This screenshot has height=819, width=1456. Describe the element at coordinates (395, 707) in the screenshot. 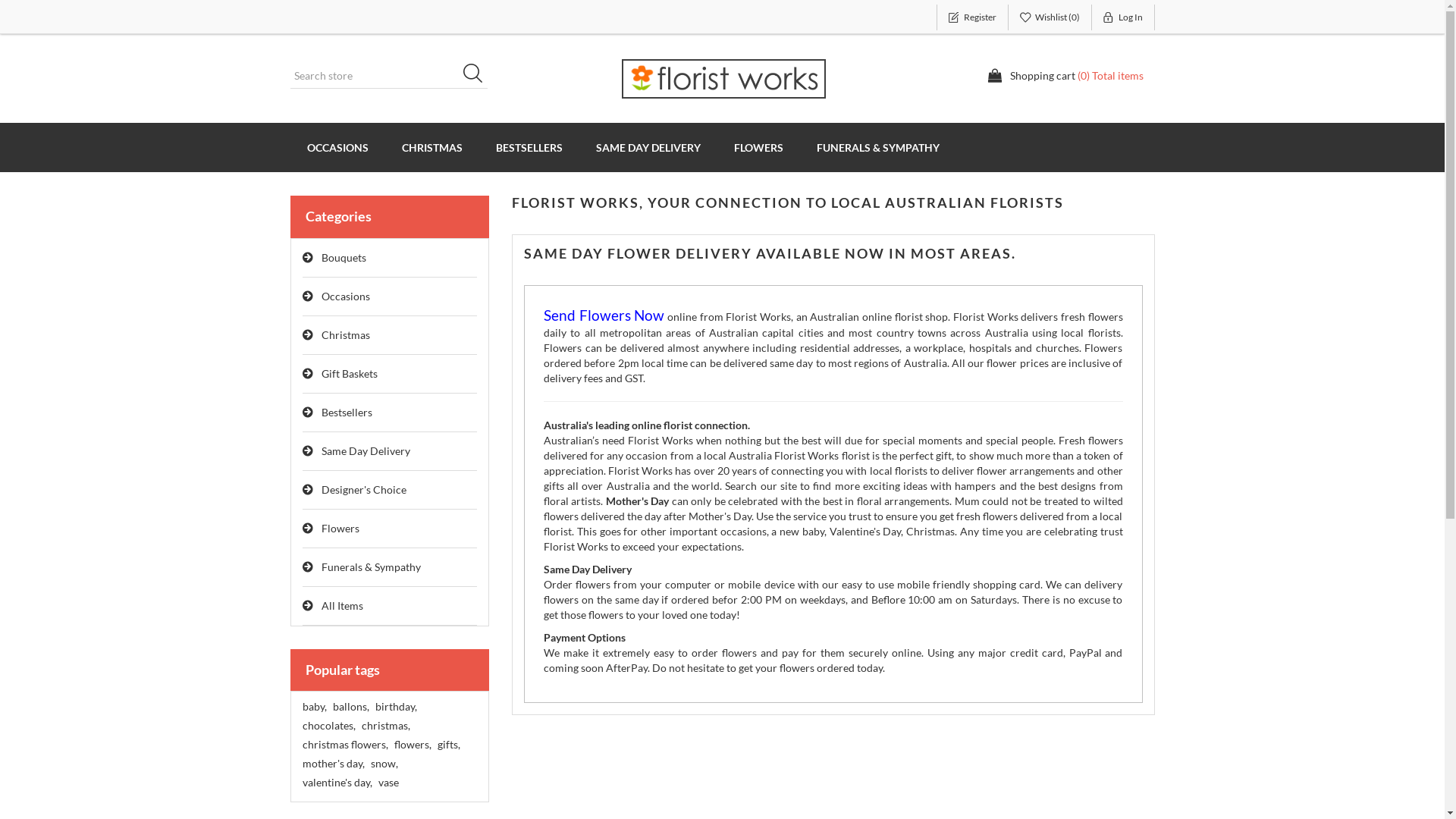

I see `'birthday,'` at that location.